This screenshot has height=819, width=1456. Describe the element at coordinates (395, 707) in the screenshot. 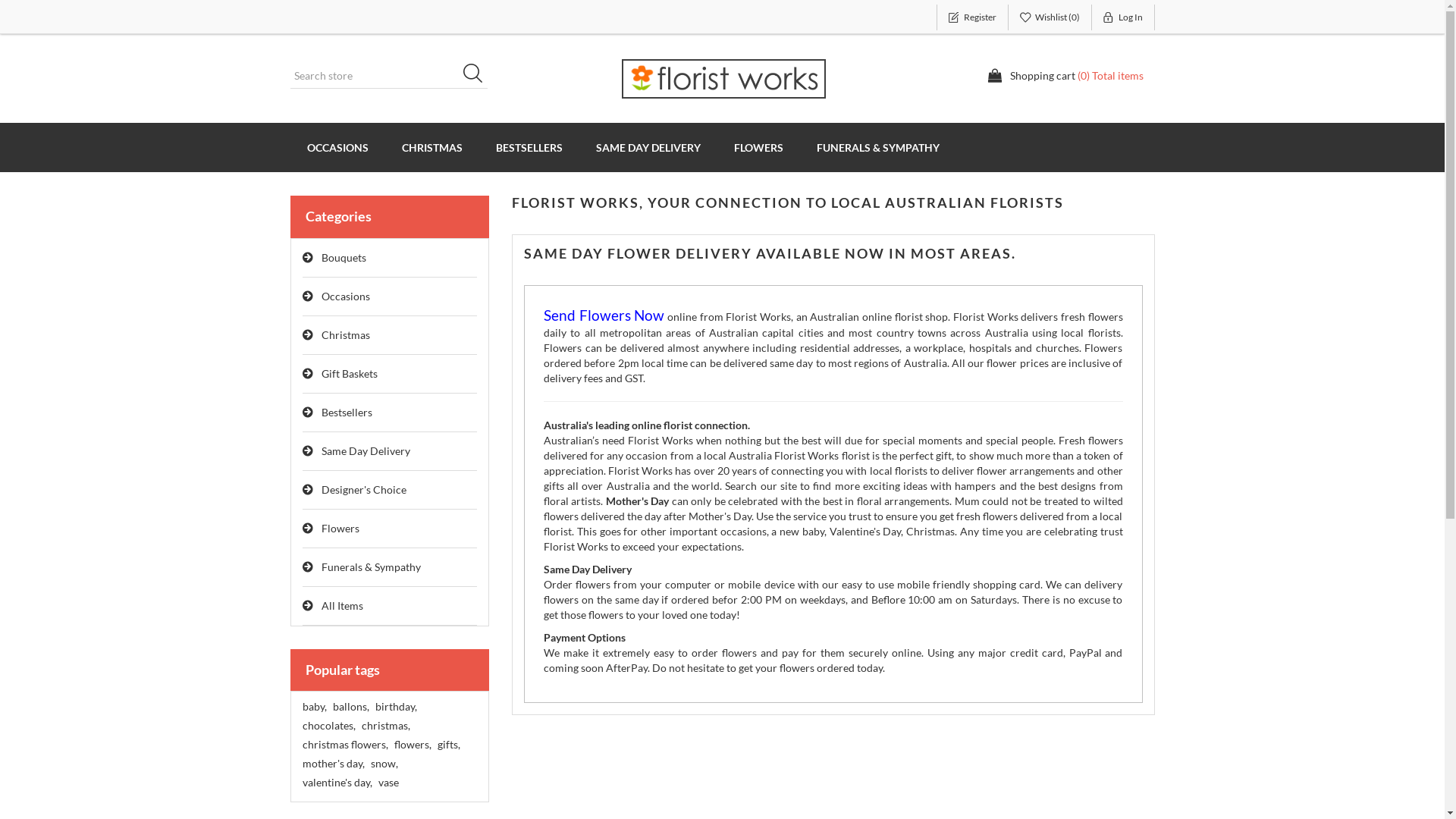

I see `'birthday,'` at that location.